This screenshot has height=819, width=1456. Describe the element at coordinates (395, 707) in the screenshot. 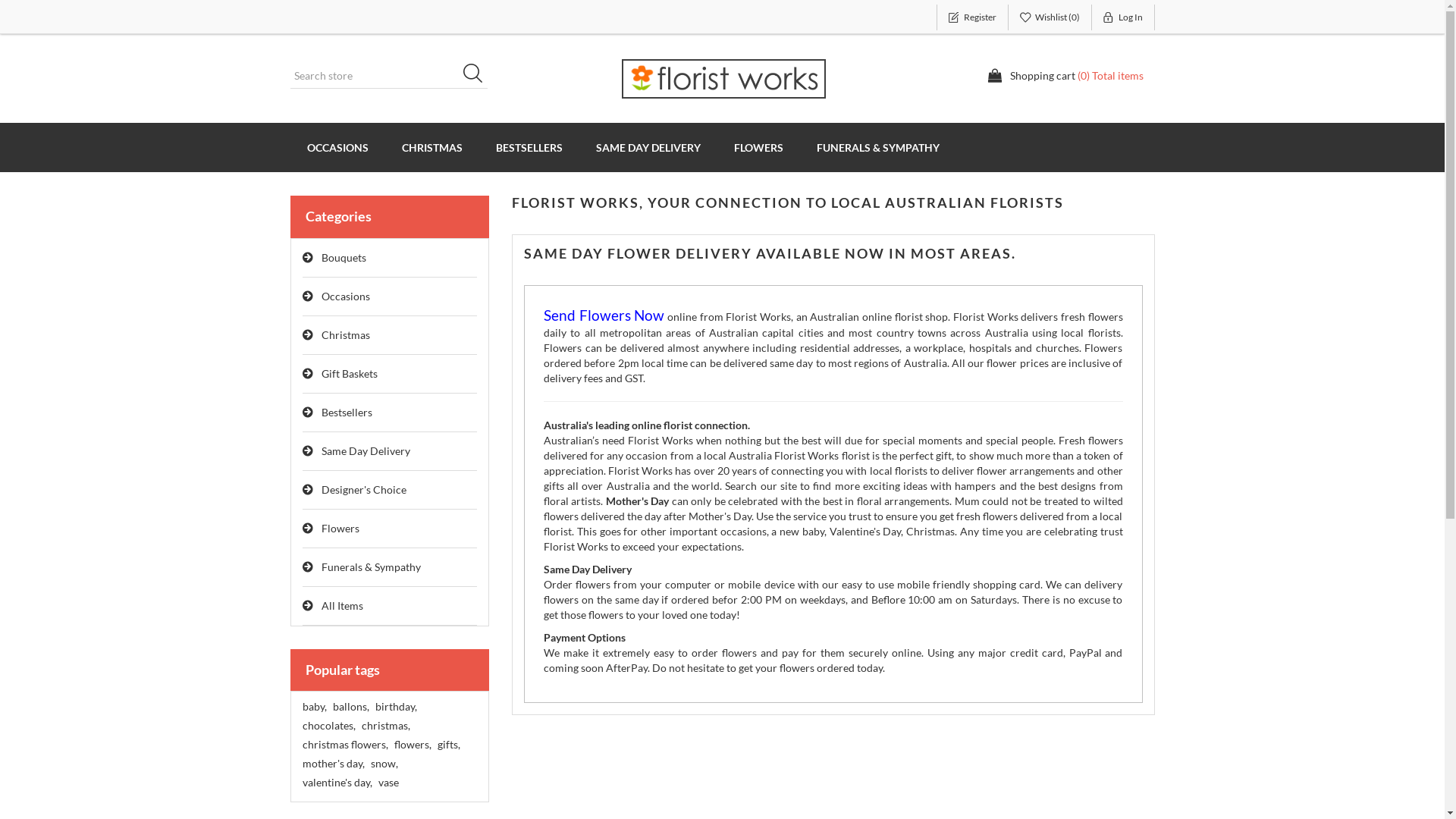

I see `'birthday,'` at that location.